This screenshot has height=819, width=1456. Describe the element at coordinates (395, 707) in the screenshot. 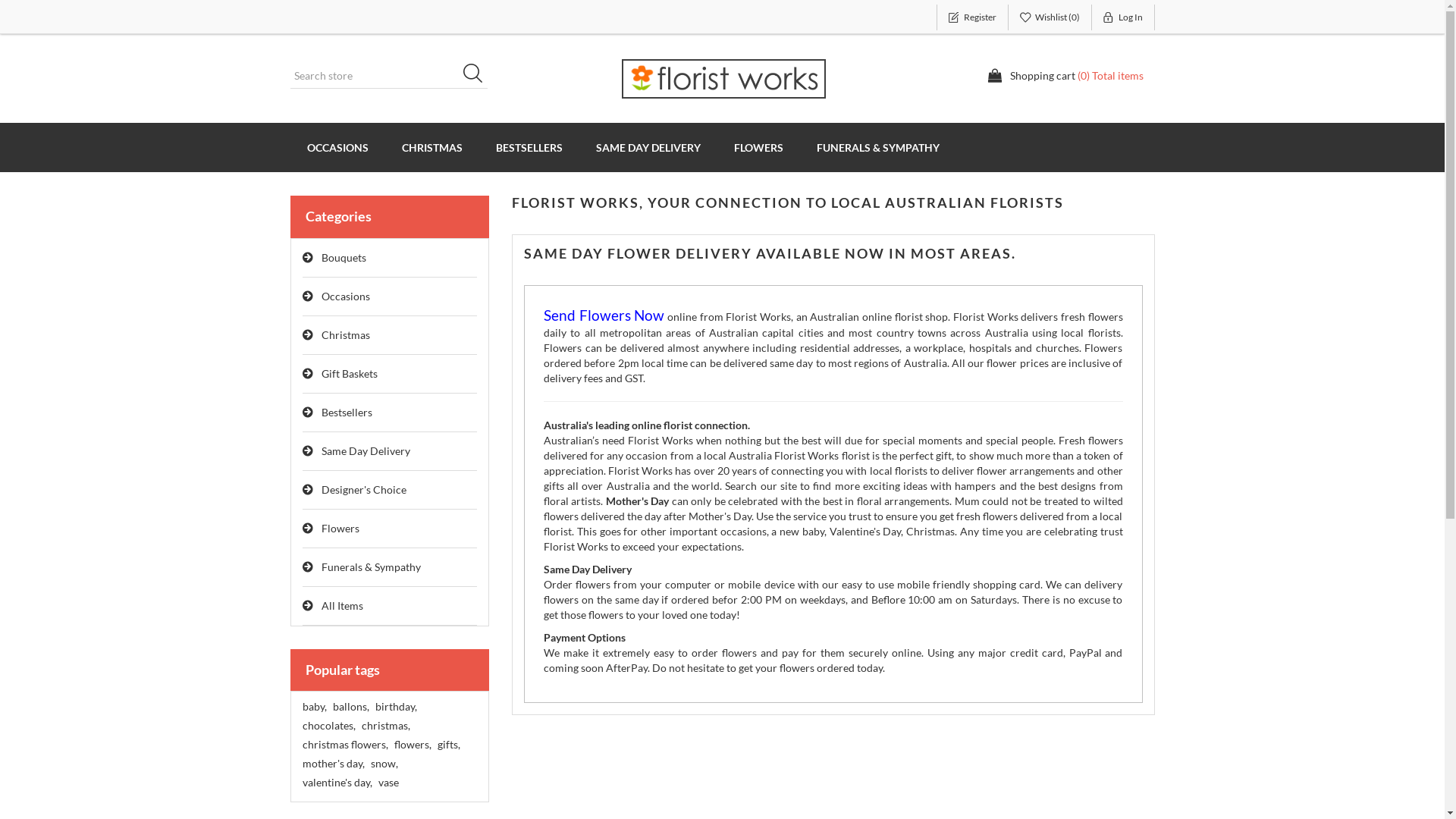

I see `'birthday,'` at that location.